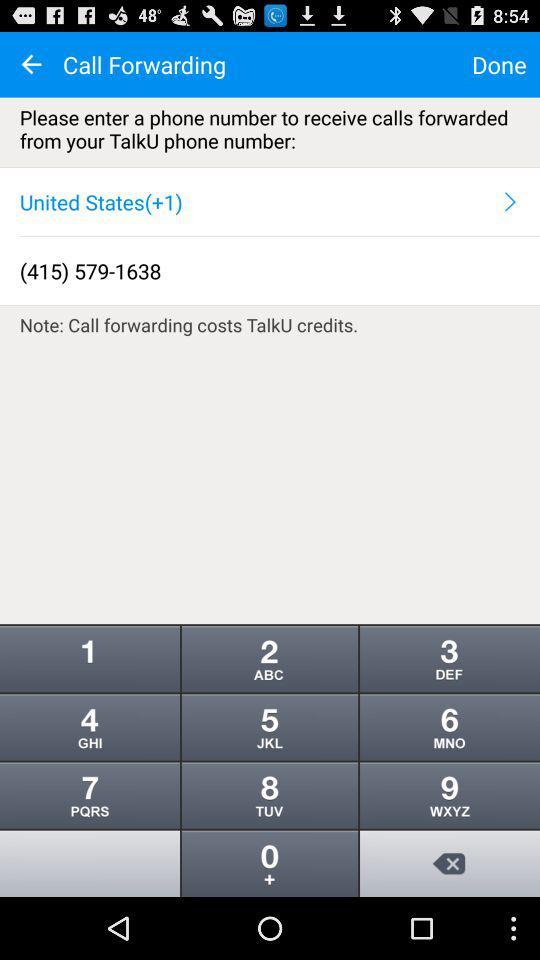  I want to click on the more icon, so click(449, 777).